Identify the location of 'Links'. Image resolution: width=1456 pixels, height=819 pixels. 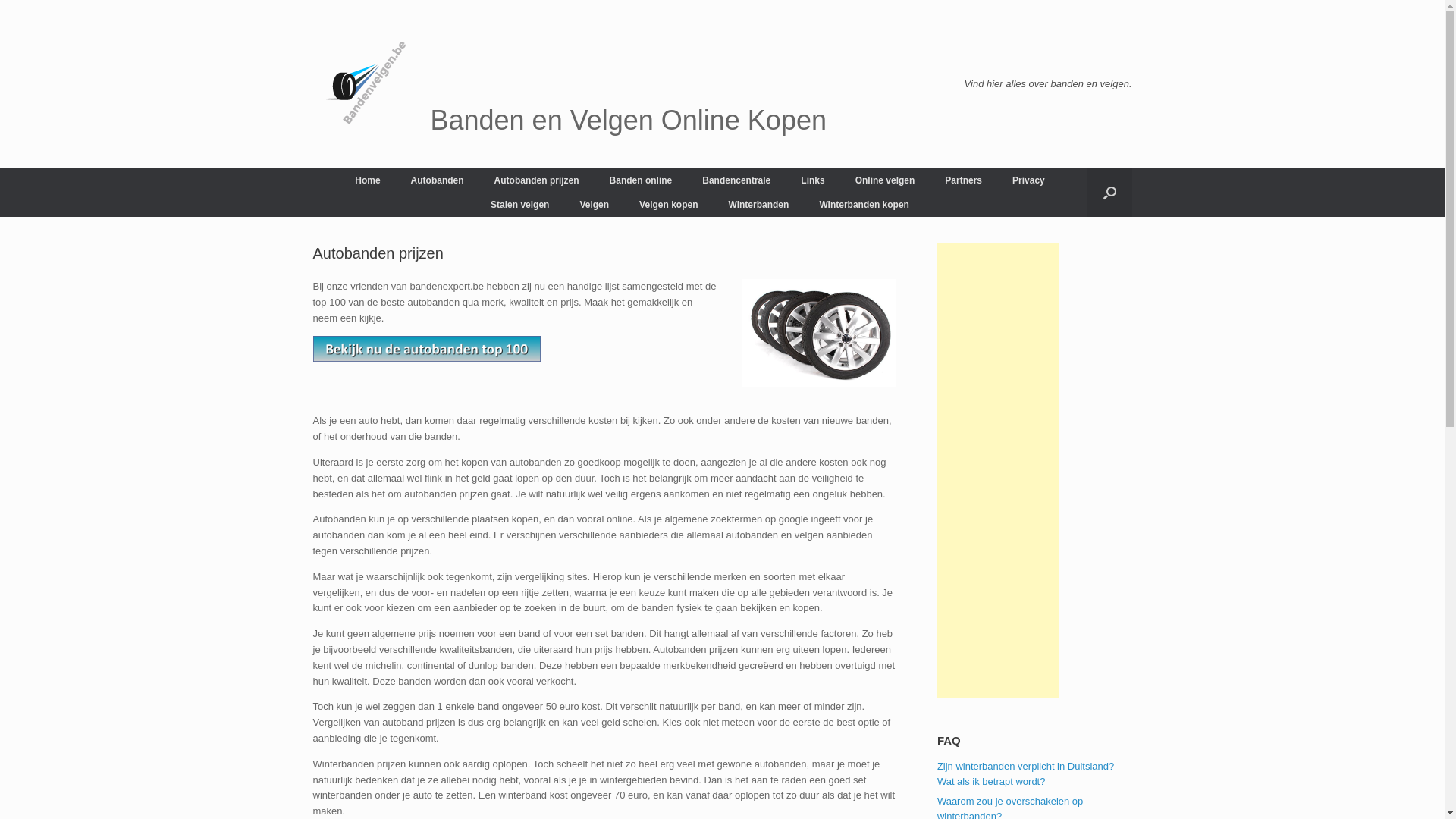
(786, 180).